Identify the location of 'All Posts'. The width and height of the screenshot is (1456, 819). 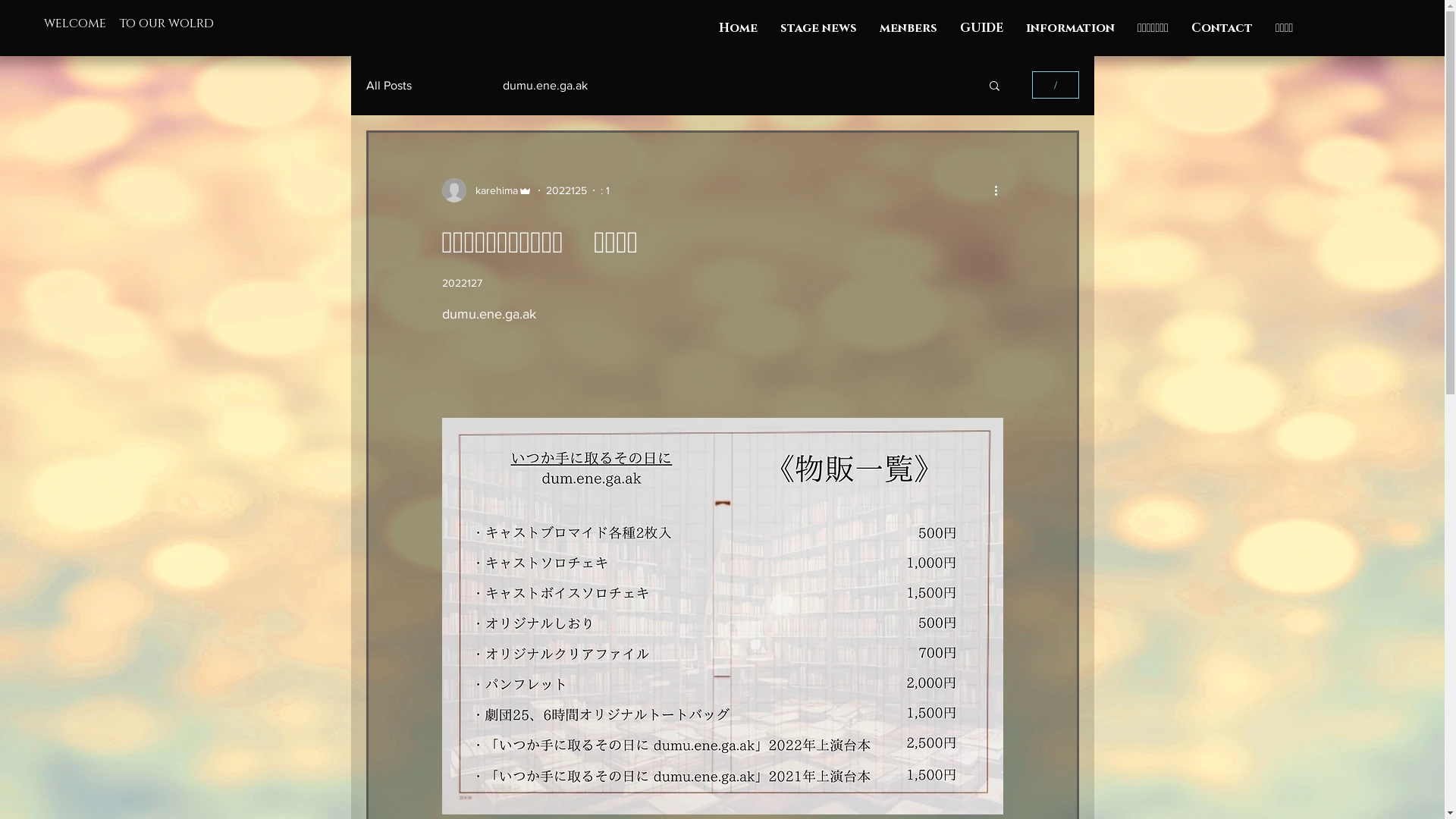
(388, 85).